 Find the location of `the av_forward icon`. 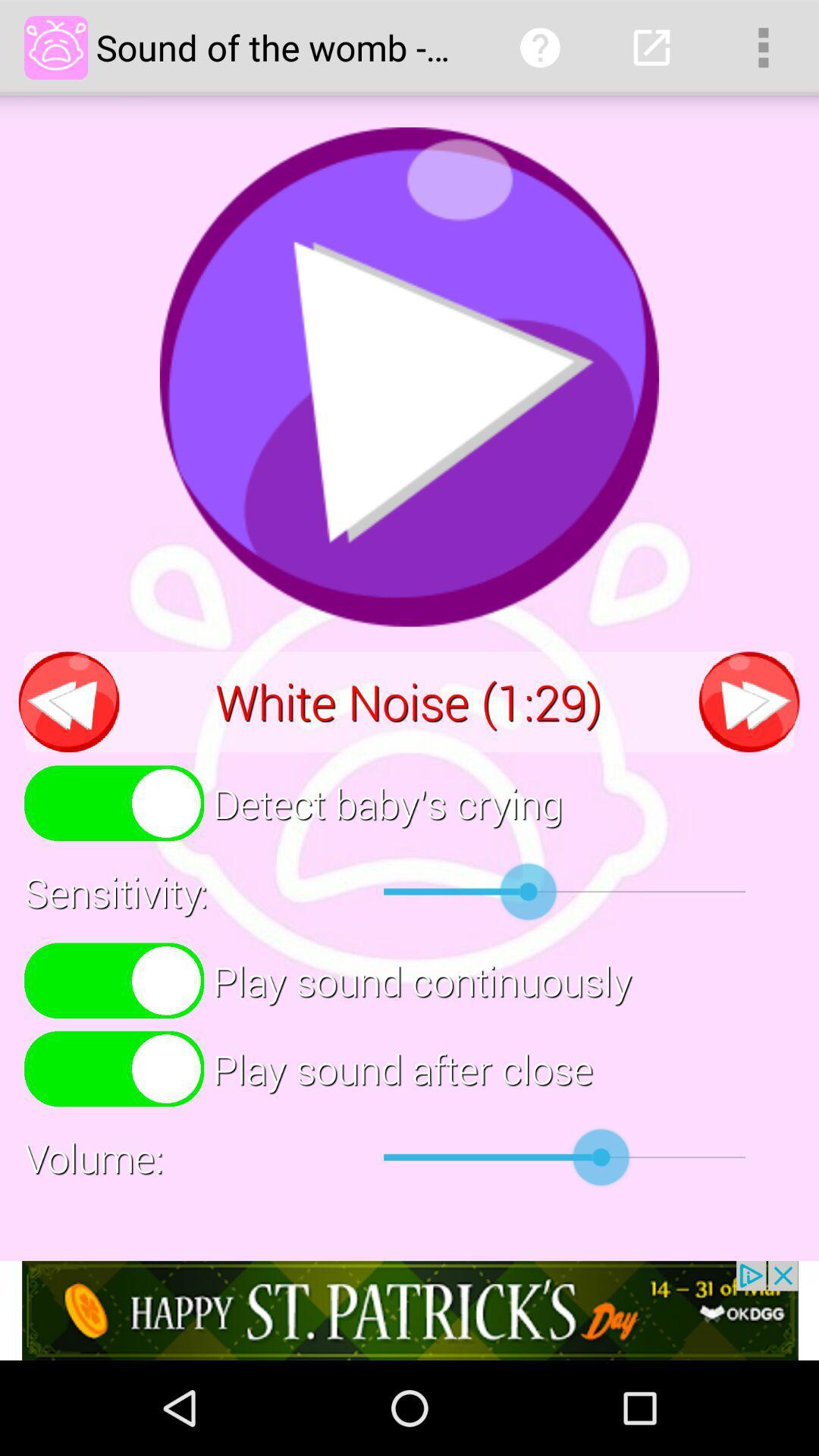

the av_forward icon is located at coordinates (748, 751).